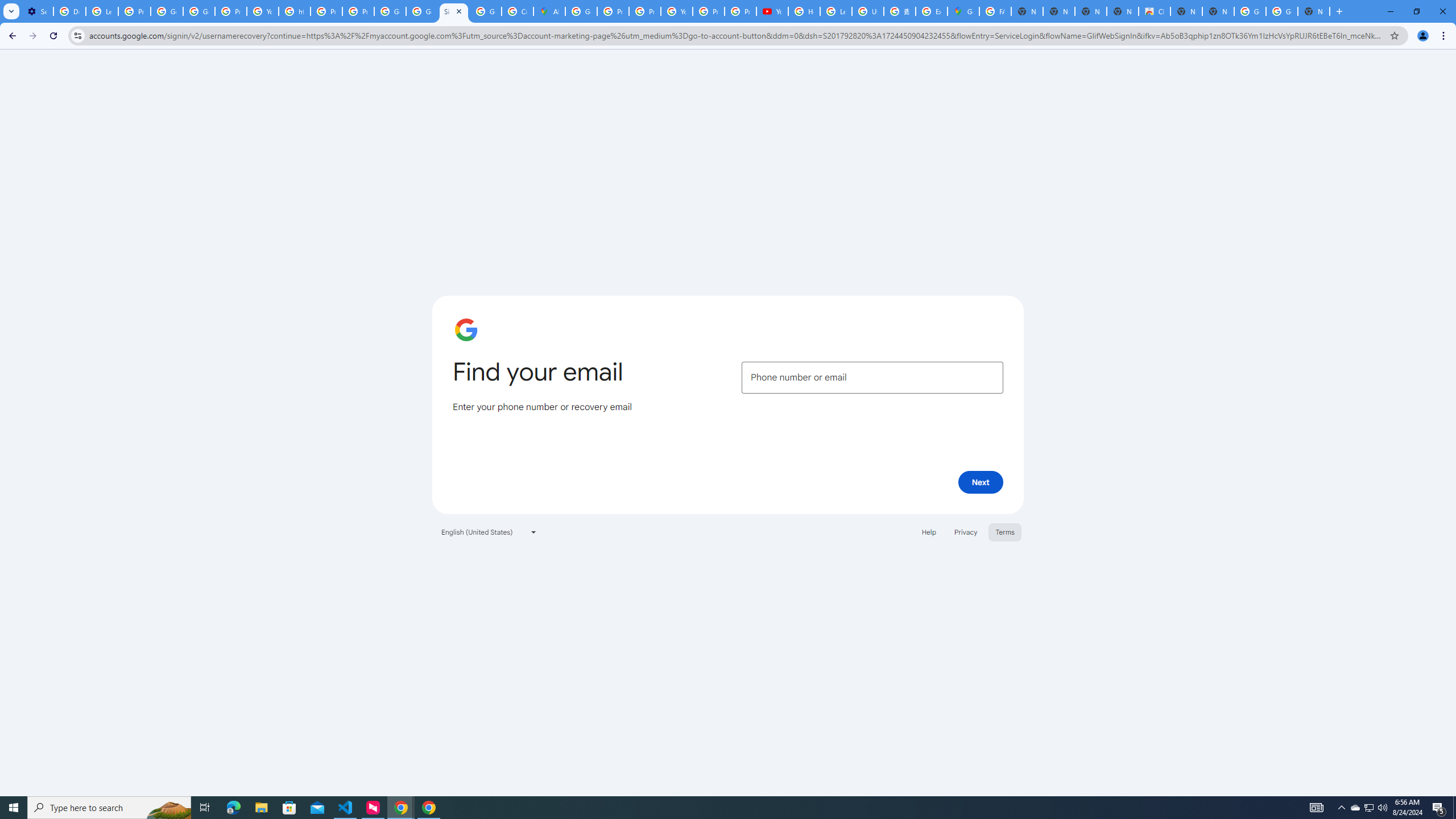 The height and width of the screenshot is (819, 1456). I want to click on 'YouTube', so click(772, 11).